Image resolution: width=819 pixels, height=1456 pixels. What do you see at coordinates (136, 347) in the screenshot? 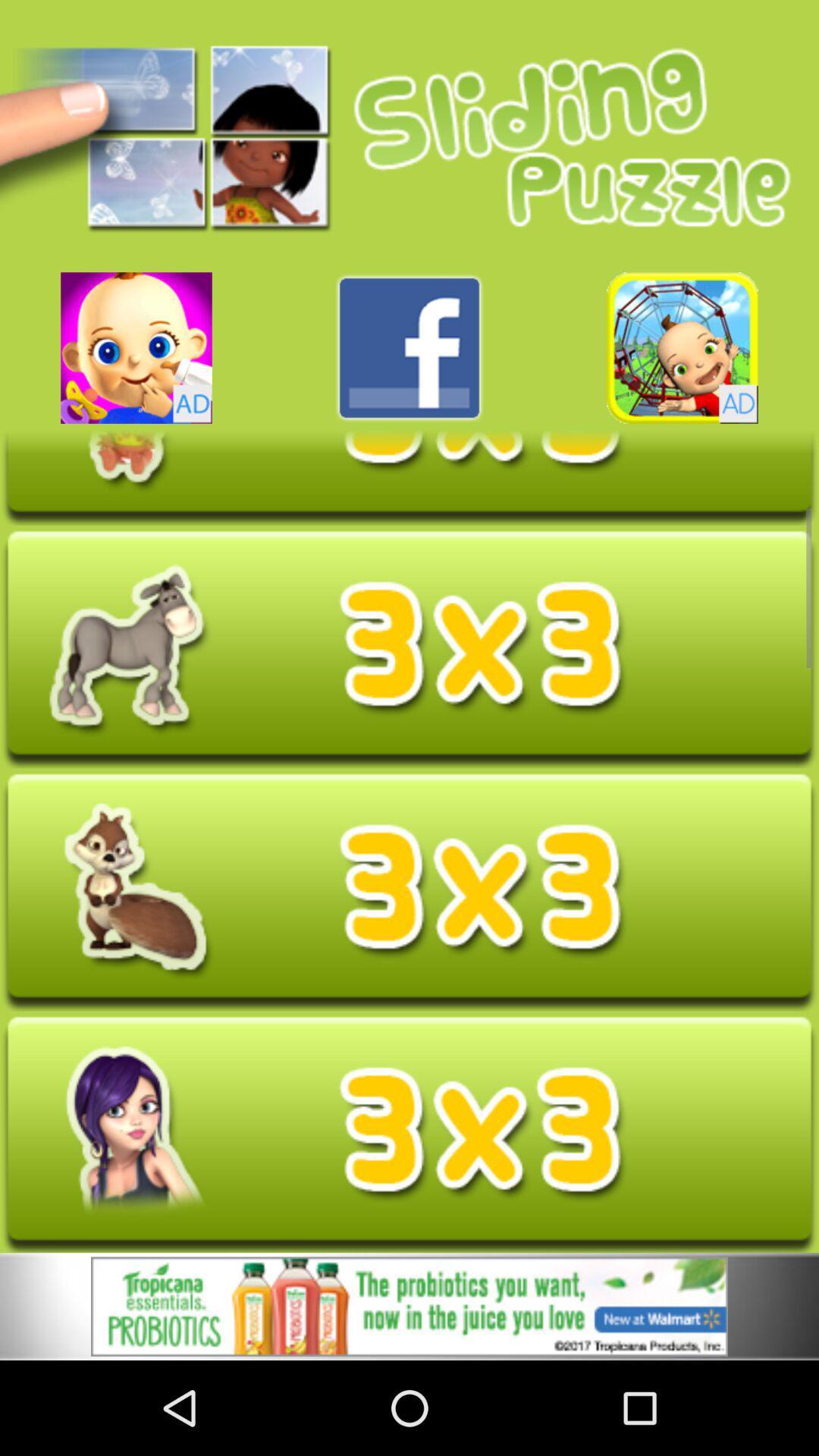
I see `choose the game` at bounding box center [136, 347].